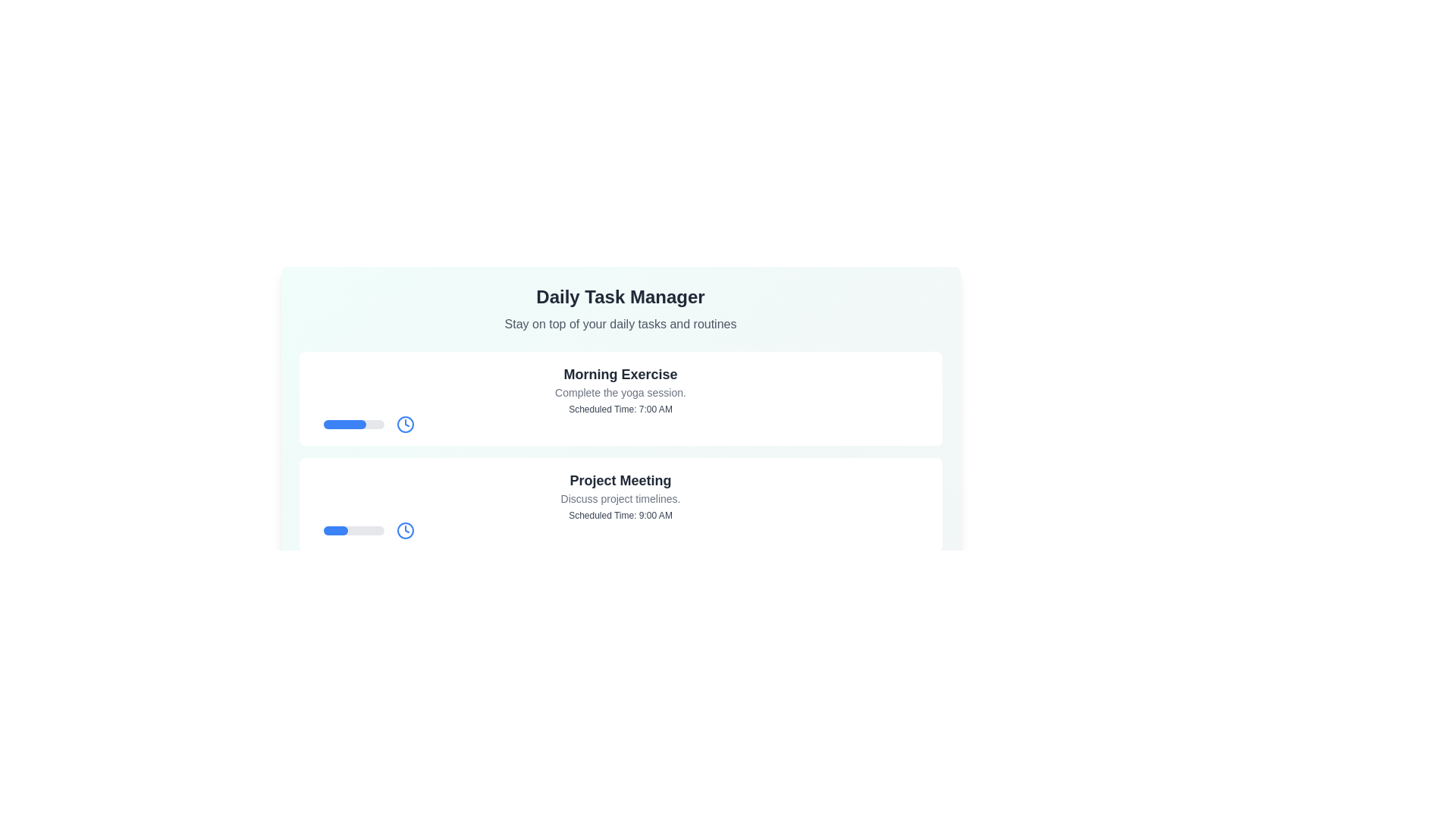  What do you see at coordinates (620, 388) in the screenshot?
I see `the text block titled 'Morning Exercise', which contains instructions to complete the yoga session and specifies the scheduled time` at bounding box center [620, 388].